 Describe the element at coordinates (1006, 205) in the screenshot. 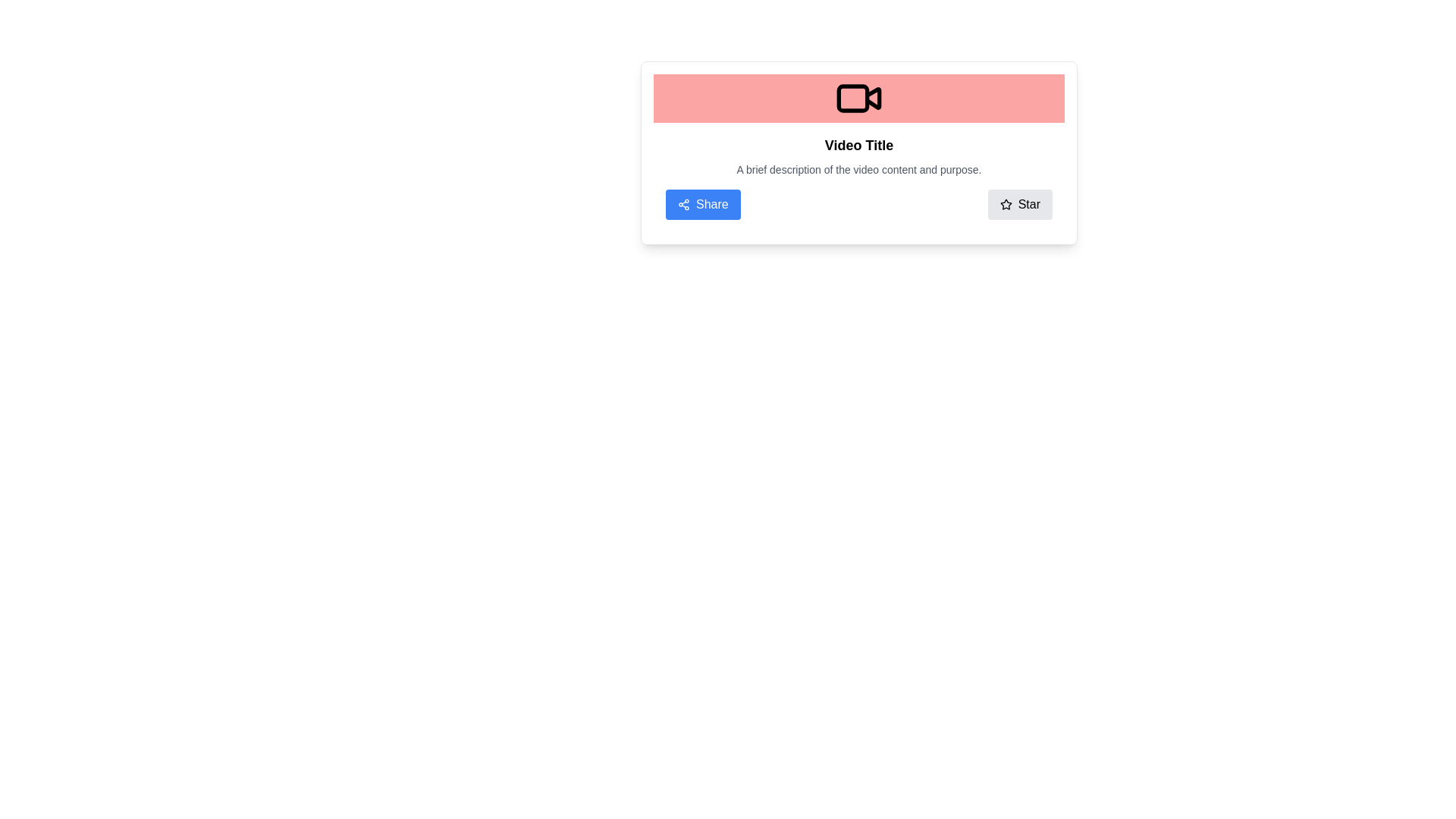

I see `the star icon located at the bottom-right of the informational card, which serves as a clickable indicator for favoriting or selecting content` at that location.